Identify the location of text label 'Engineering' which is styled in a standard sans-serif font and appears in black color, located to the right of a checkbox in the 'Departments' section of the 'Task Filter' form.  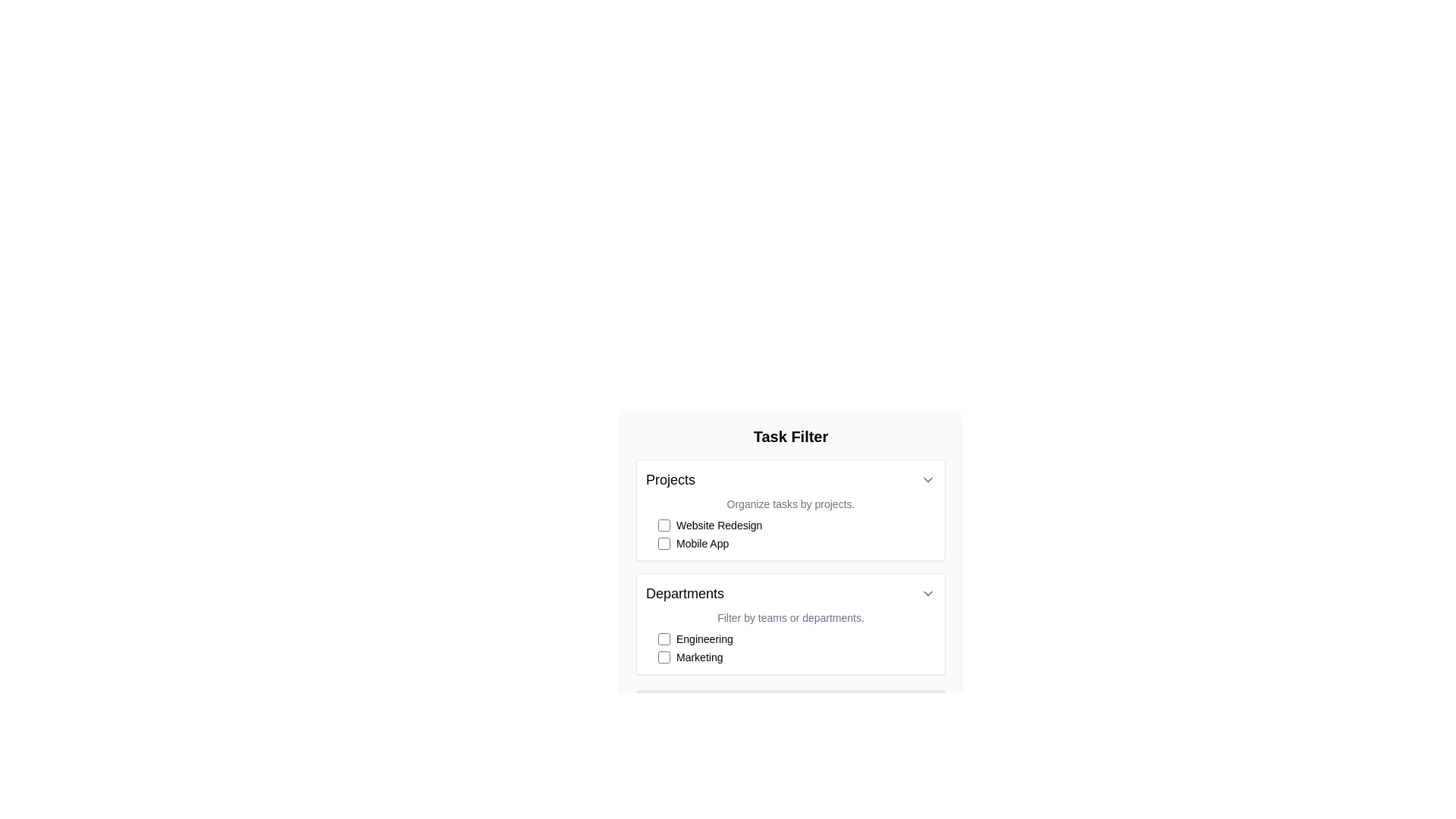
(704, 639).